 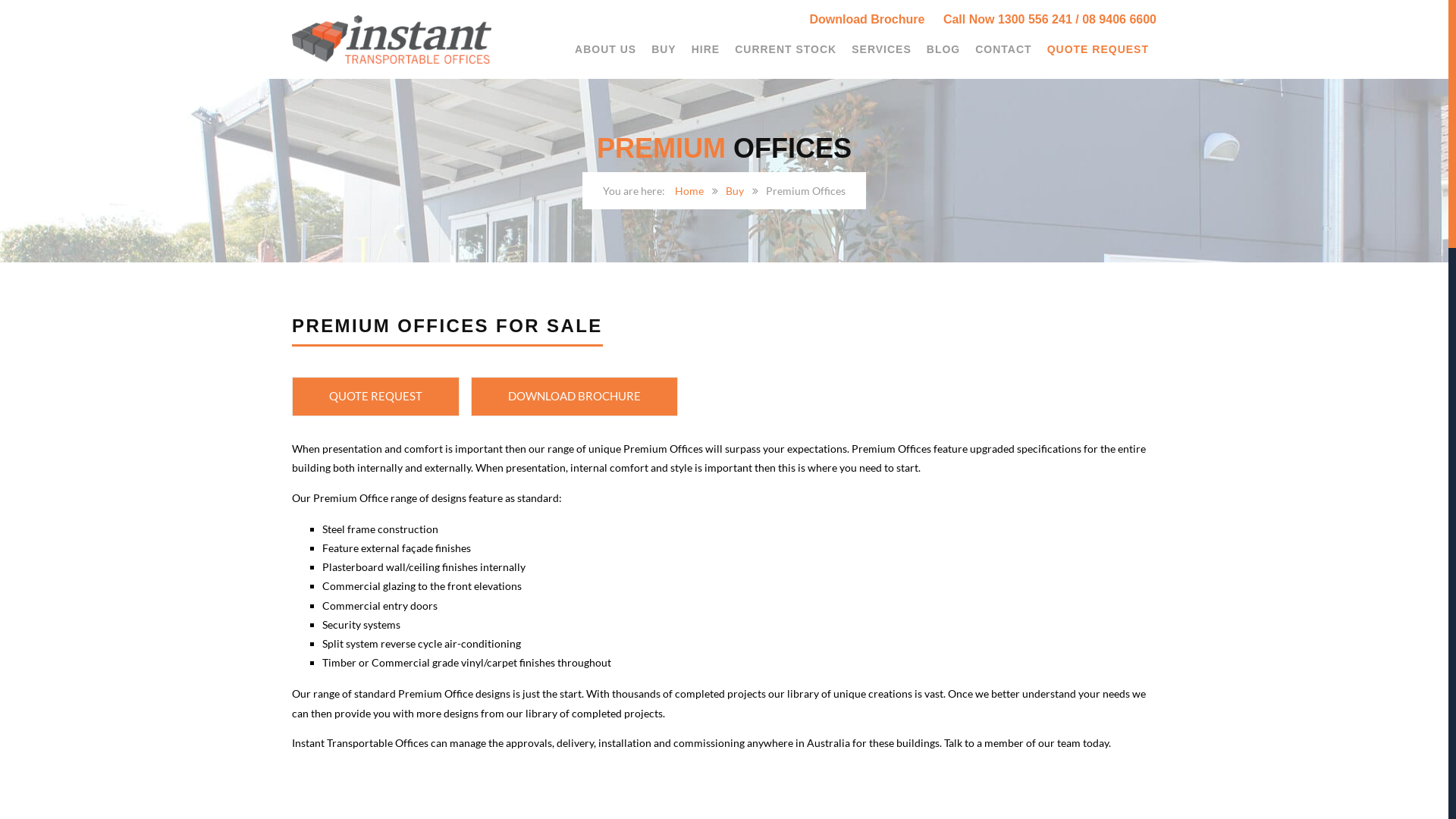 I want to click on 'CURRENT STOCK', so click(x=726, y=49).